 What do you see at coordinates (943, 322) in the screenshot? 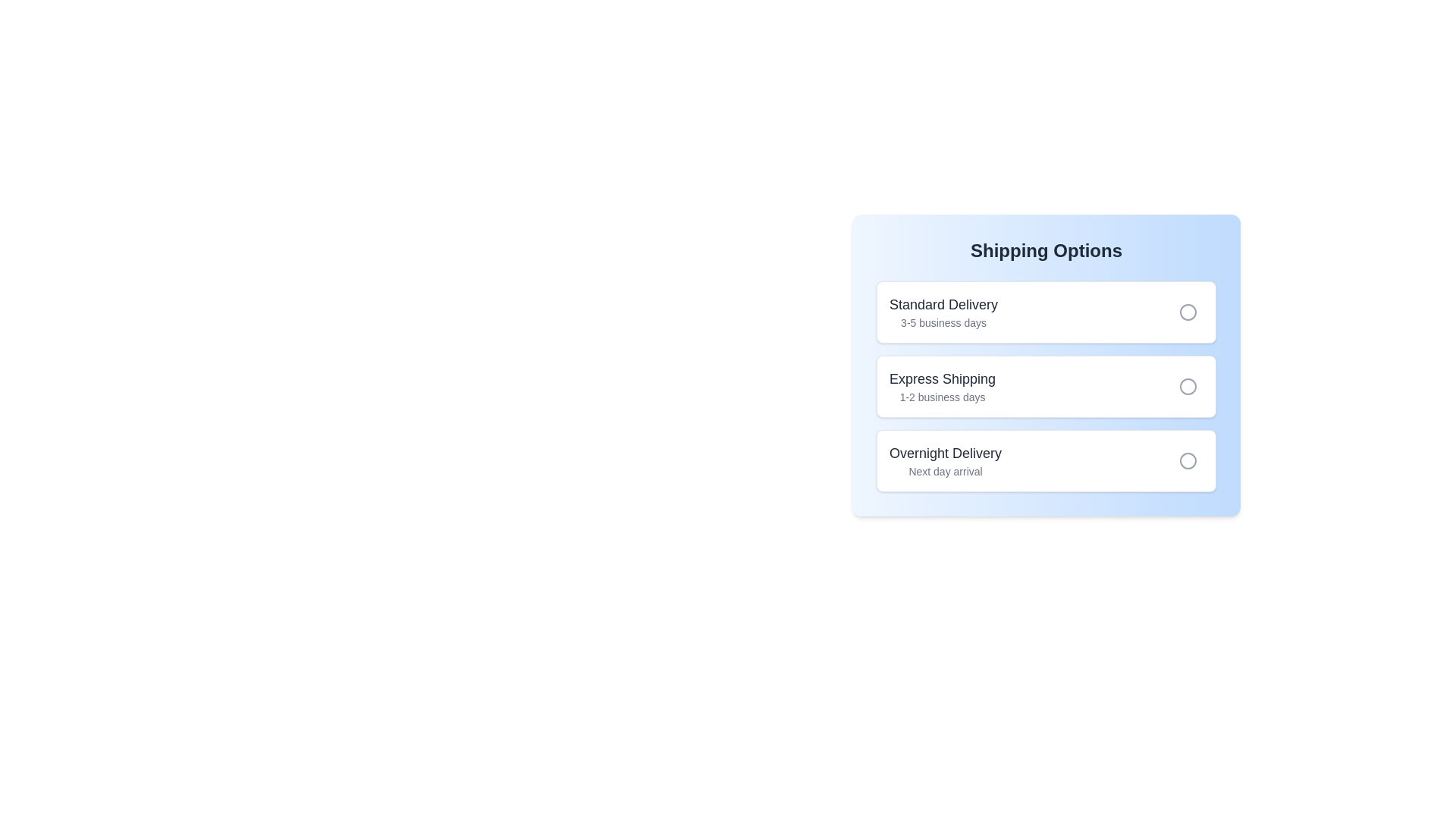
I see `the text label stating '3-5 business days' located directly below the 'Standard Delivery' label in the 'Shipping Options' section to potentially see additional details` at bounding box center [943, 322].